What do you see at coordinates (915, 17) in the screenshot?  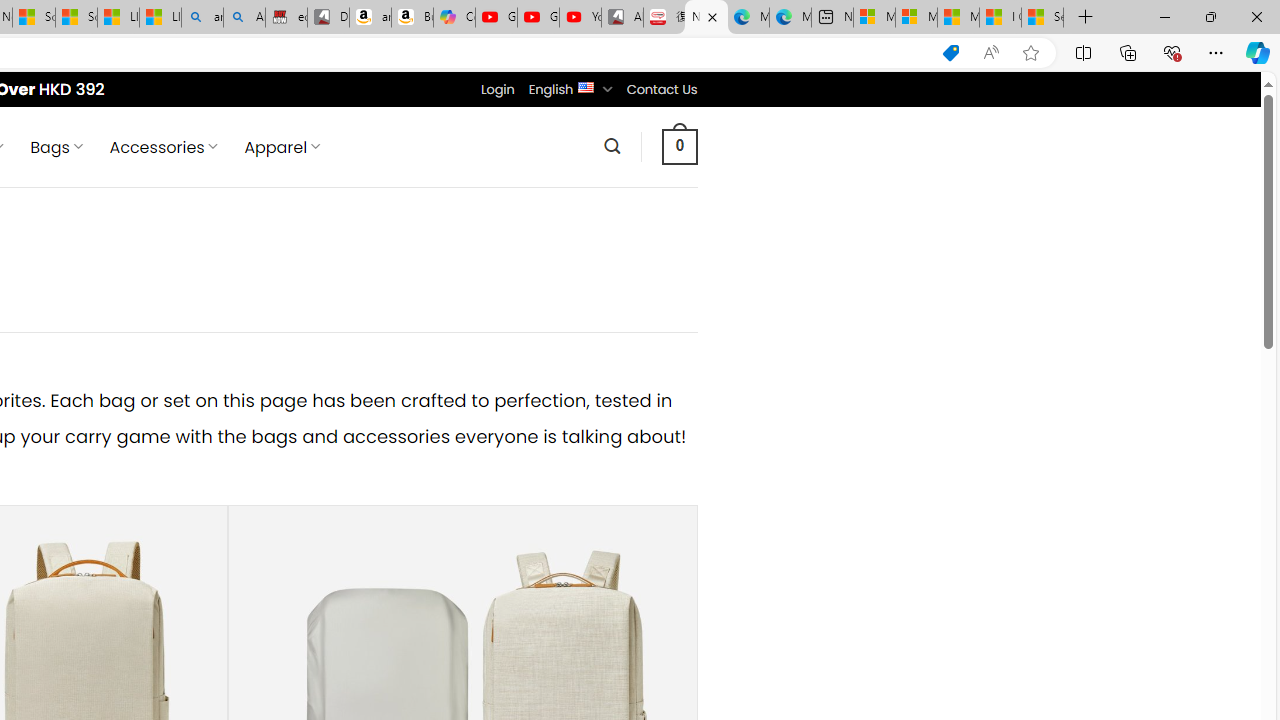 I see `'Microsoft account | Privacy'` at bounding box center [915, 17].